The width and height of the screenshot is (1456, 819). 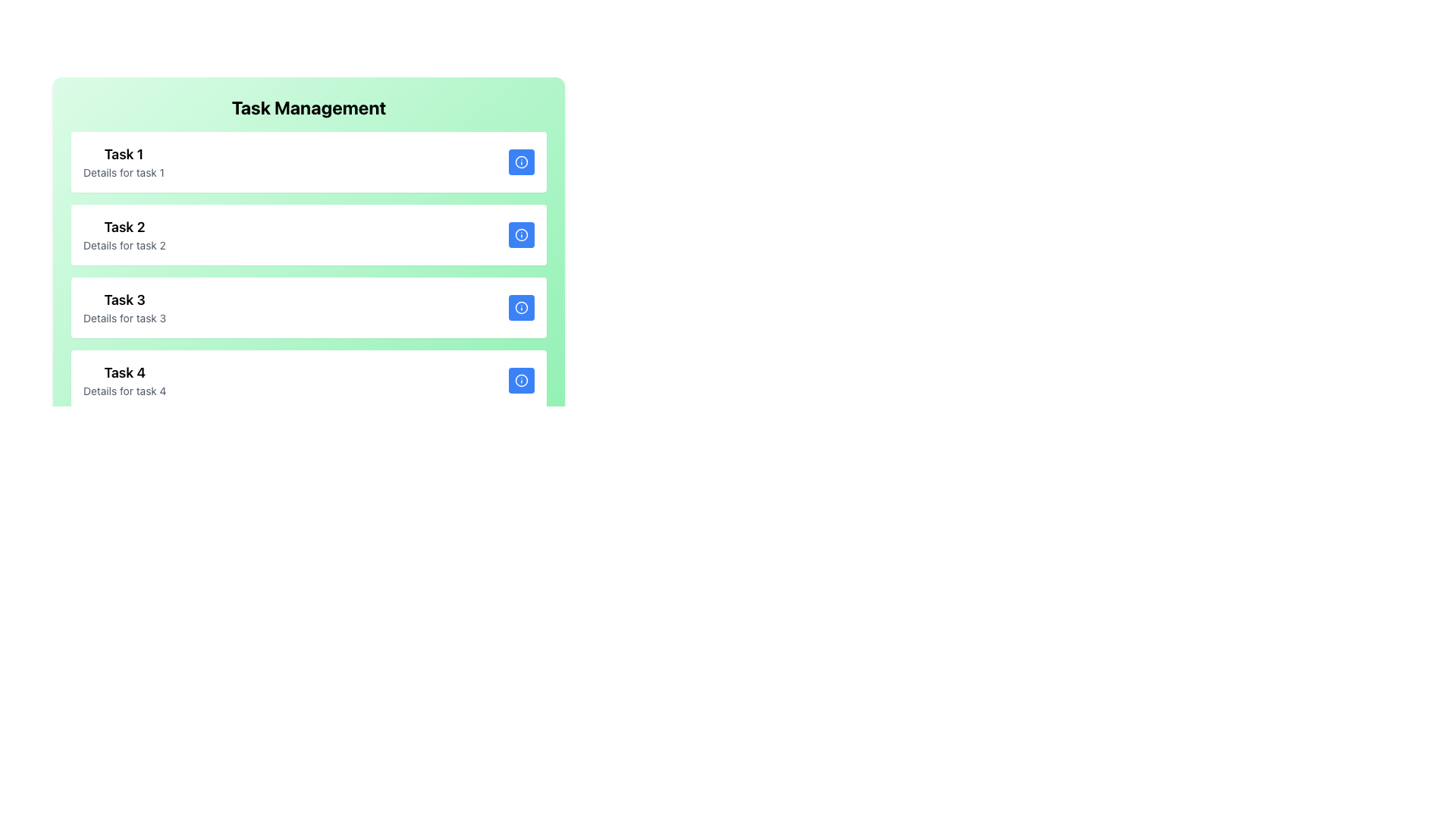 I want to click on the second task item, so click(x=308, y=234).